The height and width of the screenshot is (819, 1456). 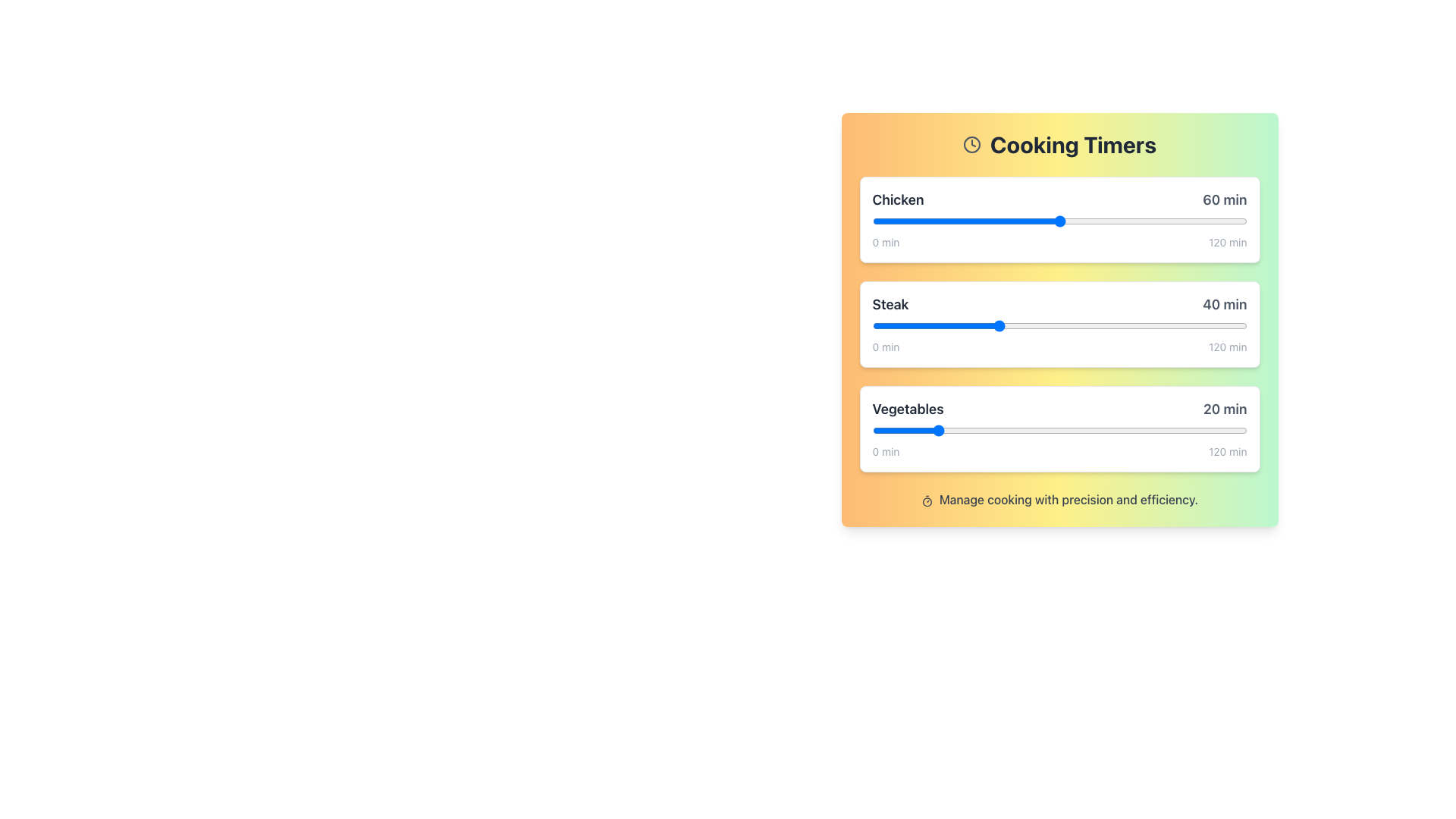 What do you see at coordinates (1059, 451) in the screenshot?
I see `'minimum and maximum values' label in the 'Vegetables' section of the 'Cooking Timers' interface to view its properties` at bounding box center [1059, 451].